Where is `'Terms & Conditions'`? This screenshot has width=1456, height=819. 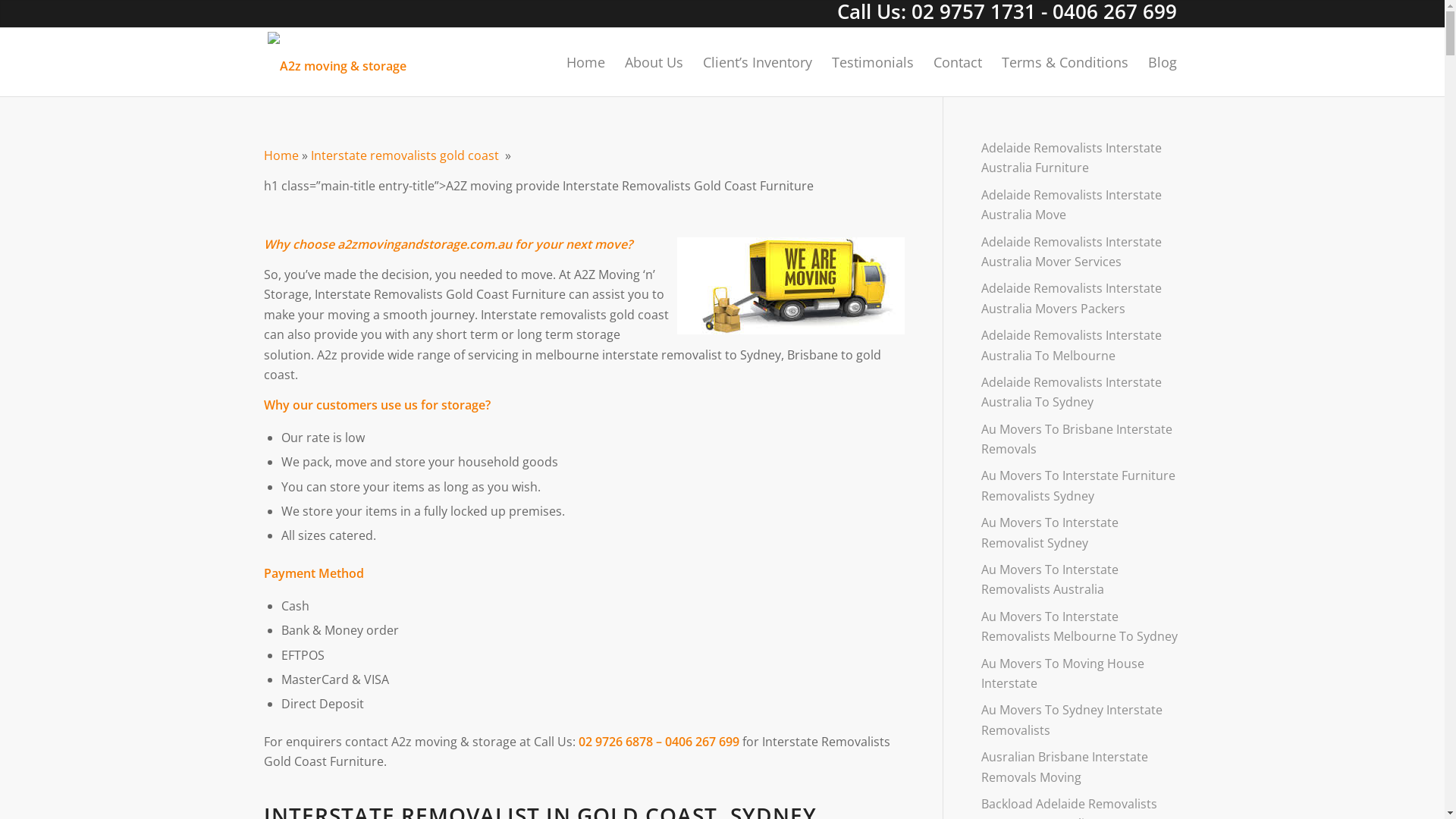 'Terms & Conditions' is located at coordinates (1064, 61).